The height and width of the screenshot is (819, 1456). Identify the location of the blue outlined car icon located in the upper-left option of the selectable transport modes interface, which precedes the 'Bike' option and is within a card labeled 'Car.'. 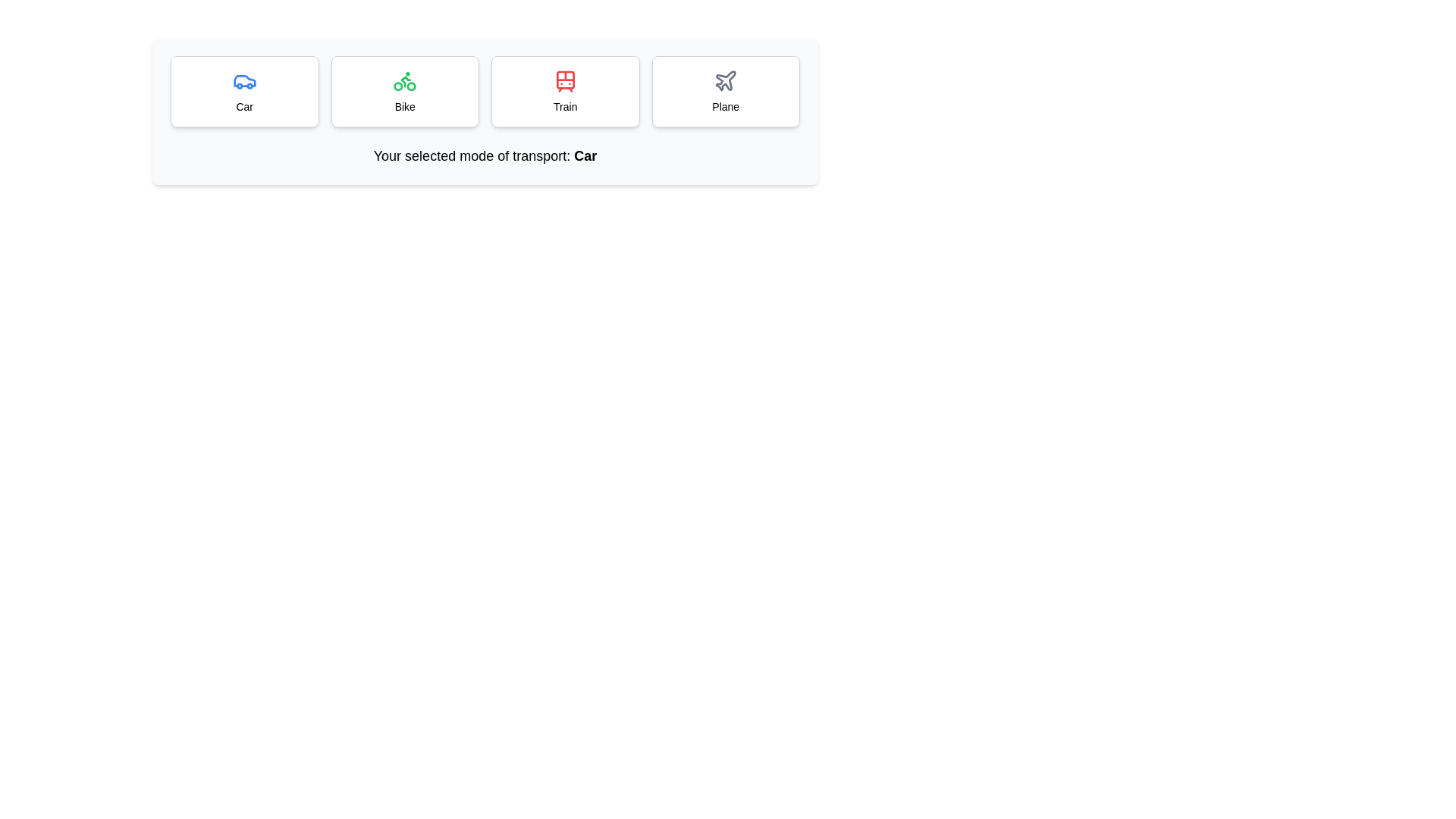
(244, 81).